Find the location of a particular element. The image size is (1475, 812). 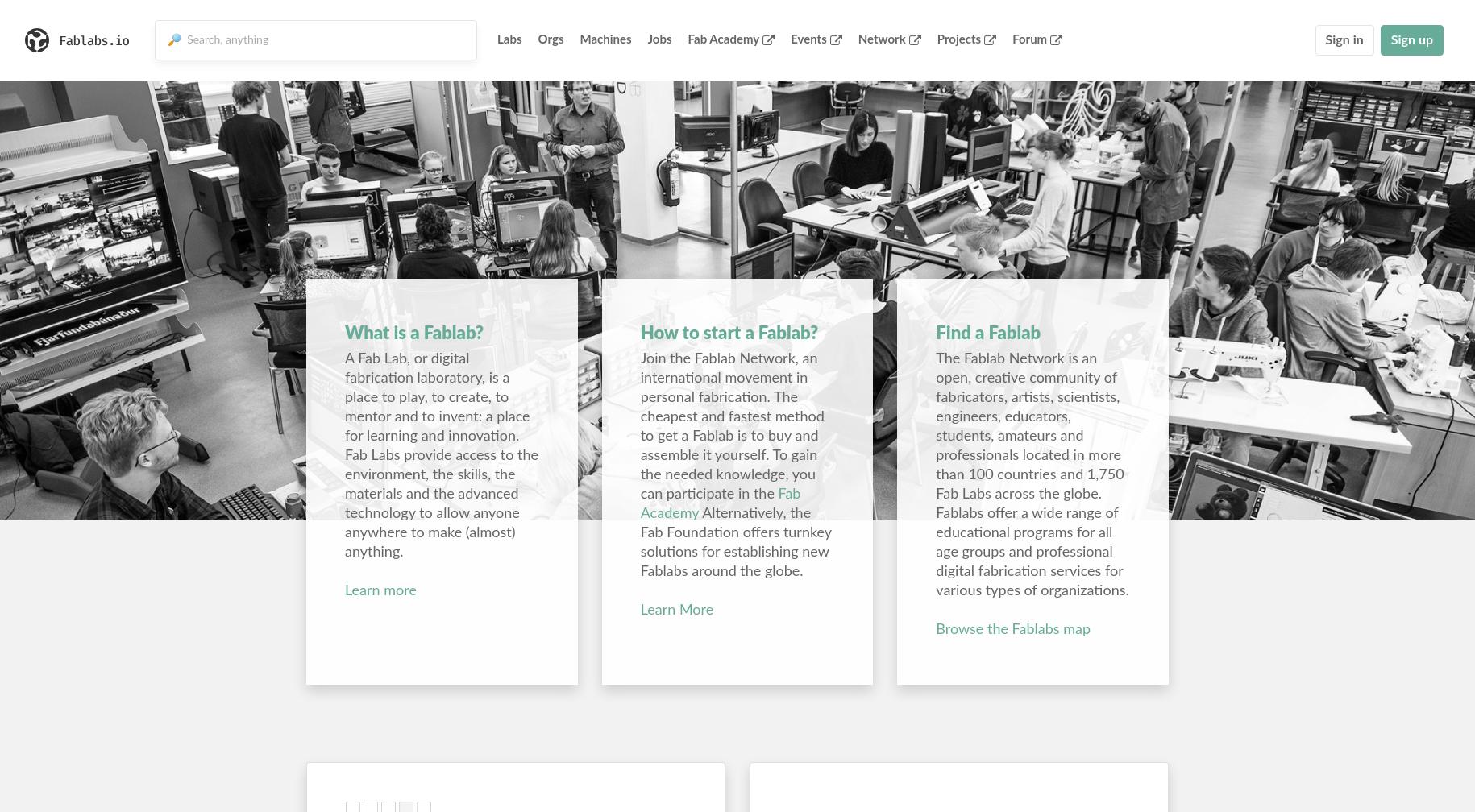

'Sign up' is located at coordinates (1389, 39).